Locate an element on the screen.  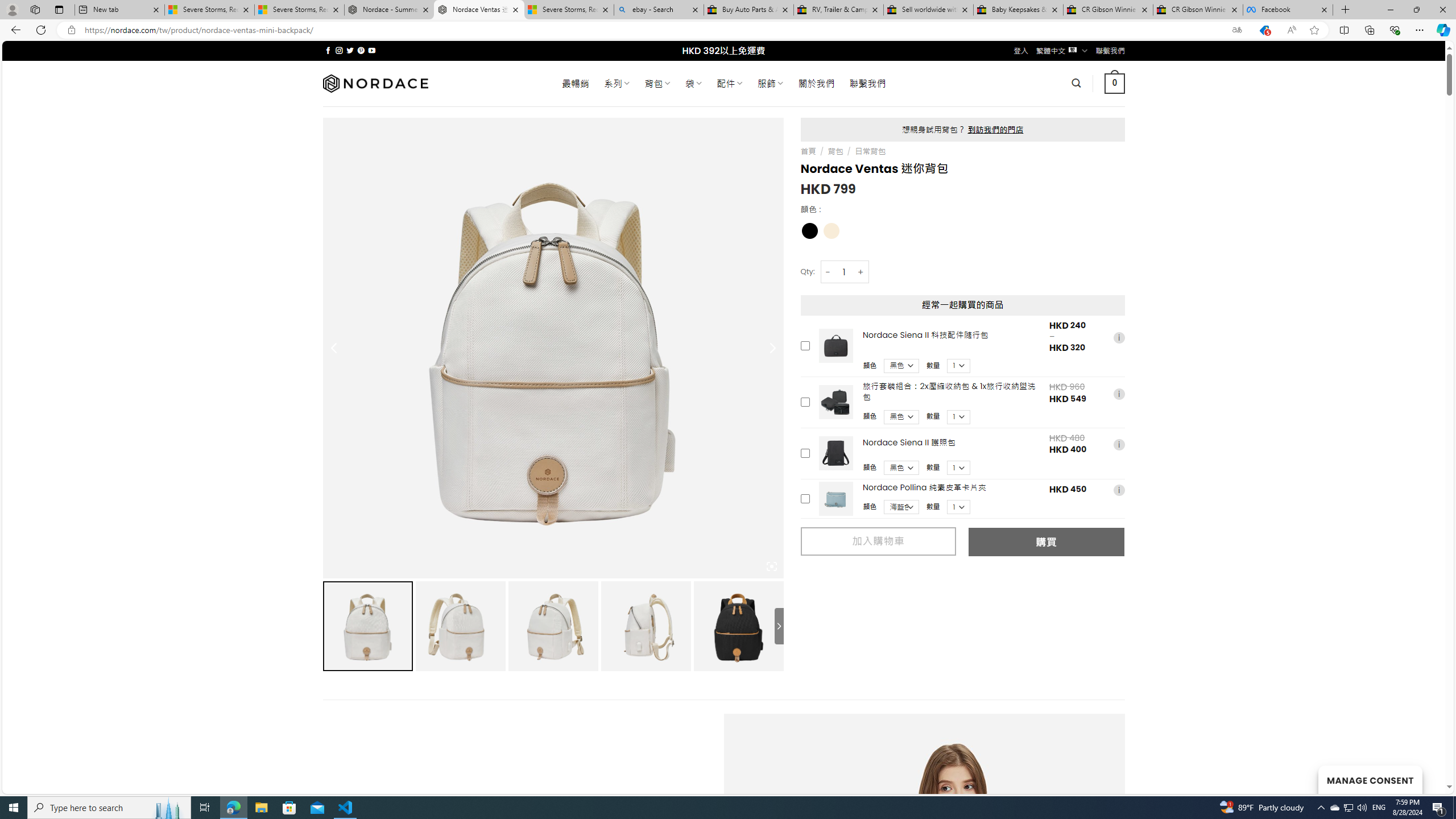
'i' is located at coordinates (1118, 490).